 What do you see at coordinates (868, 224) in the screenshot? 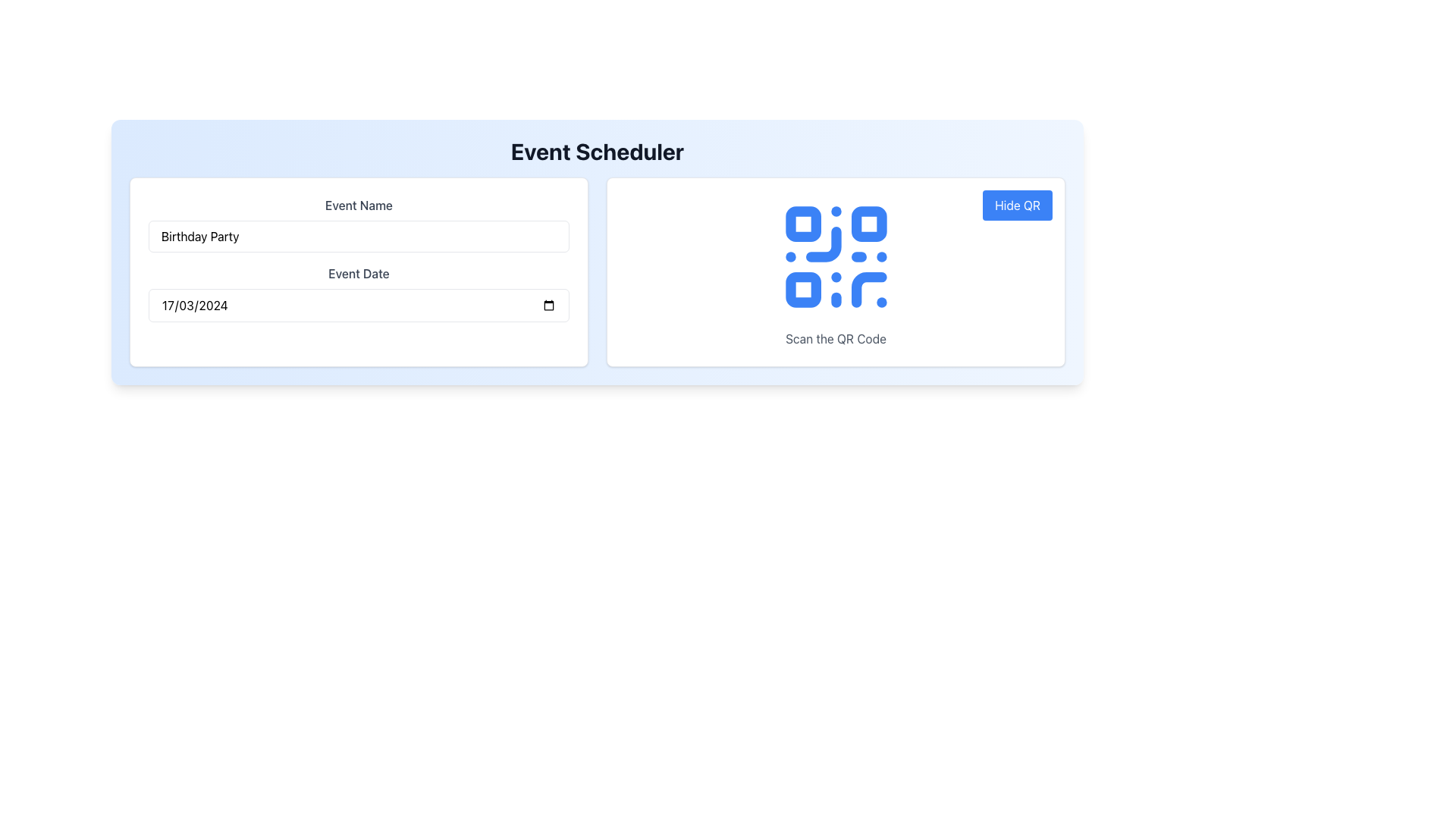
I see `the small square graphical component embedded in the QR code representation, located in the top-right corner of the QR code icon` at bounding box center [868, 224].